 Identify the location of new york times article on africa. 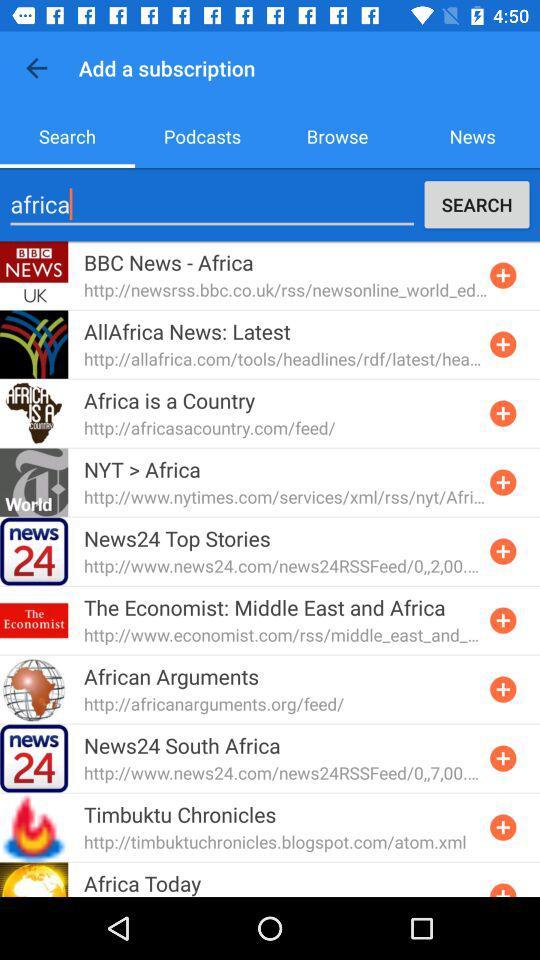
(502, 481).